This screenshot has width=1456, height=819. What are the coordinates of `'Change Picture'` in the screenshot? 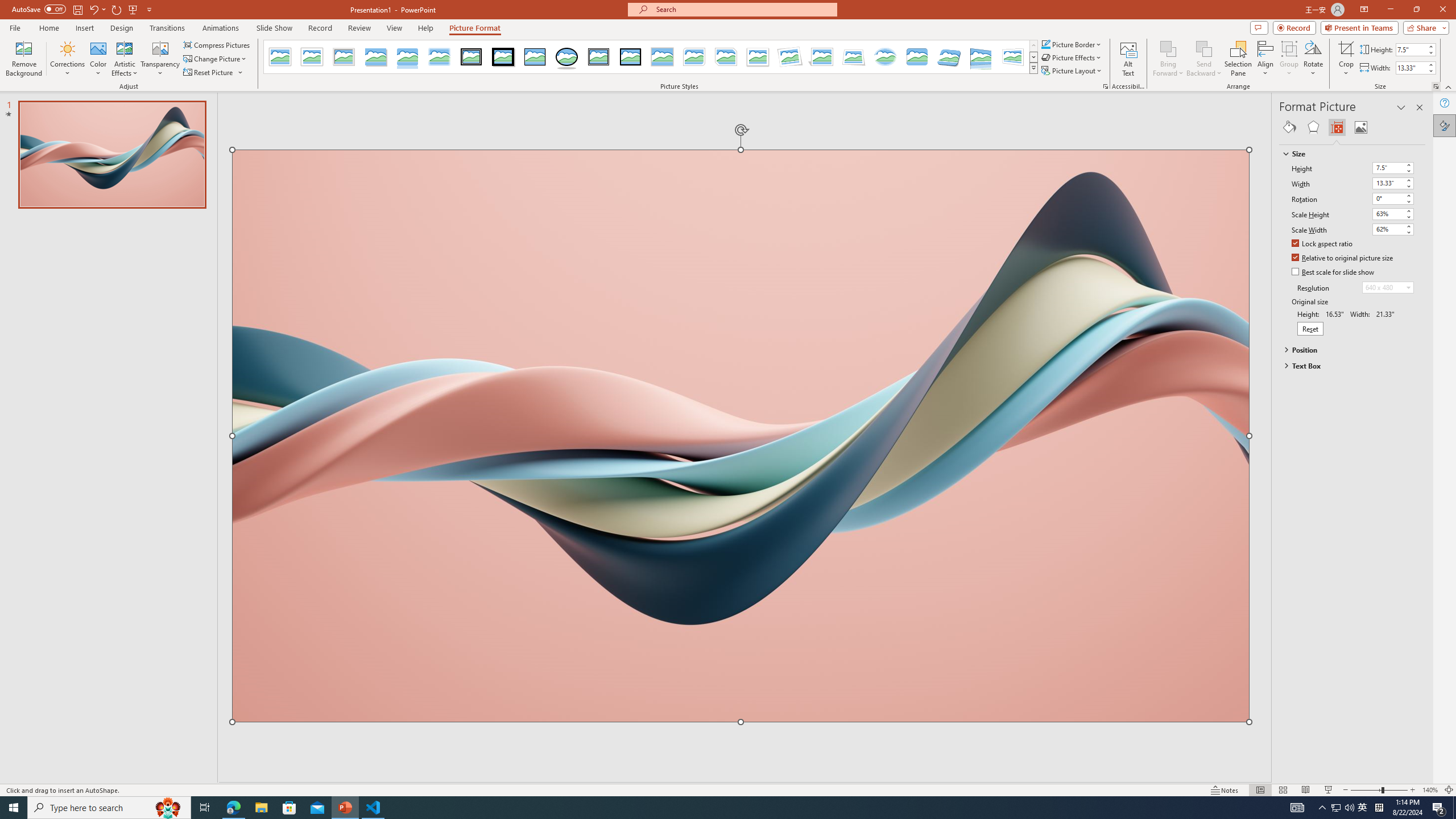 It's located at (216, 59).